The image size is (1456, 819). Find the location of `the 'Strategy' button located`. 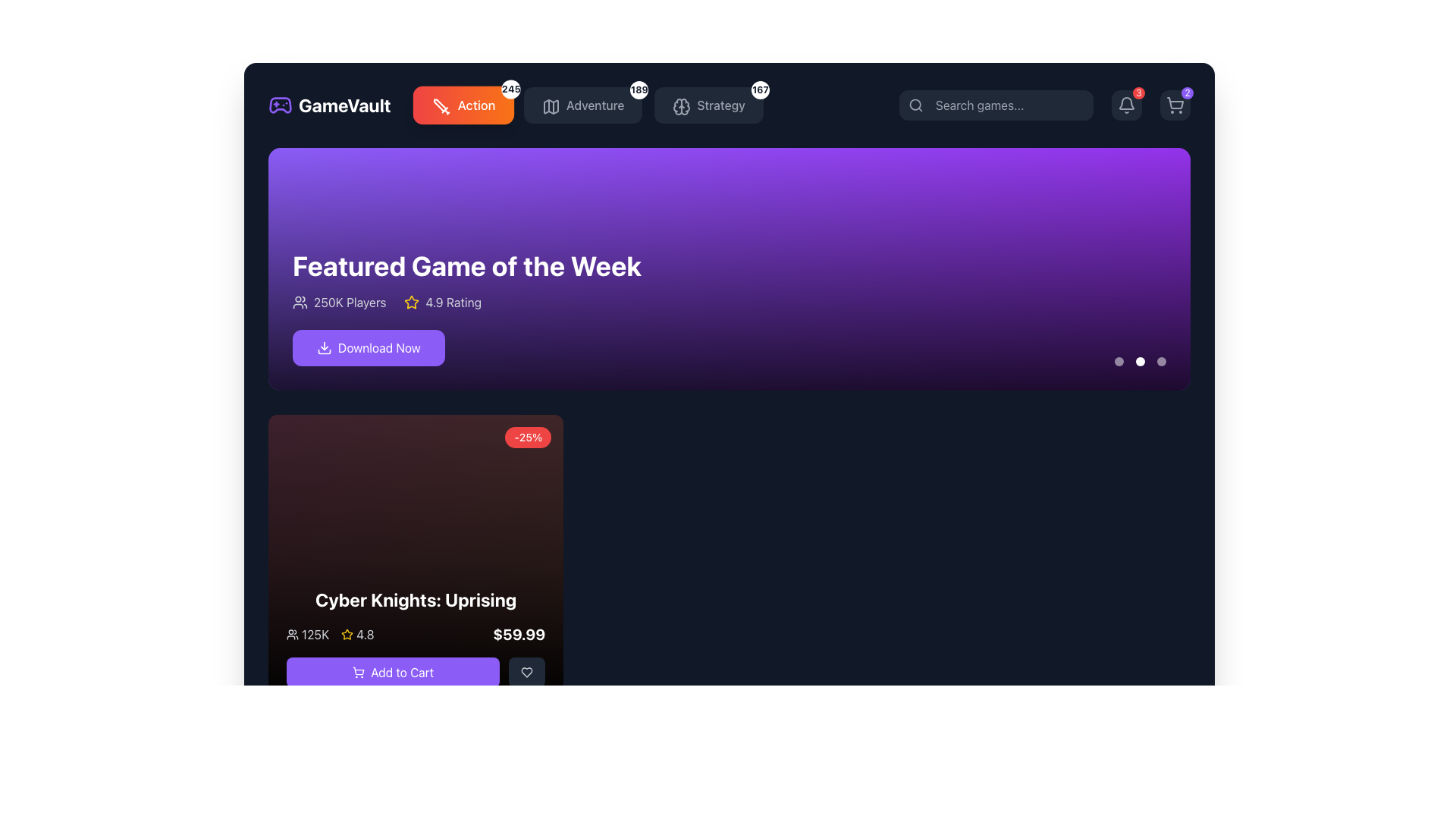

the 'Strategy' button located is located at coordinates (708, 104).